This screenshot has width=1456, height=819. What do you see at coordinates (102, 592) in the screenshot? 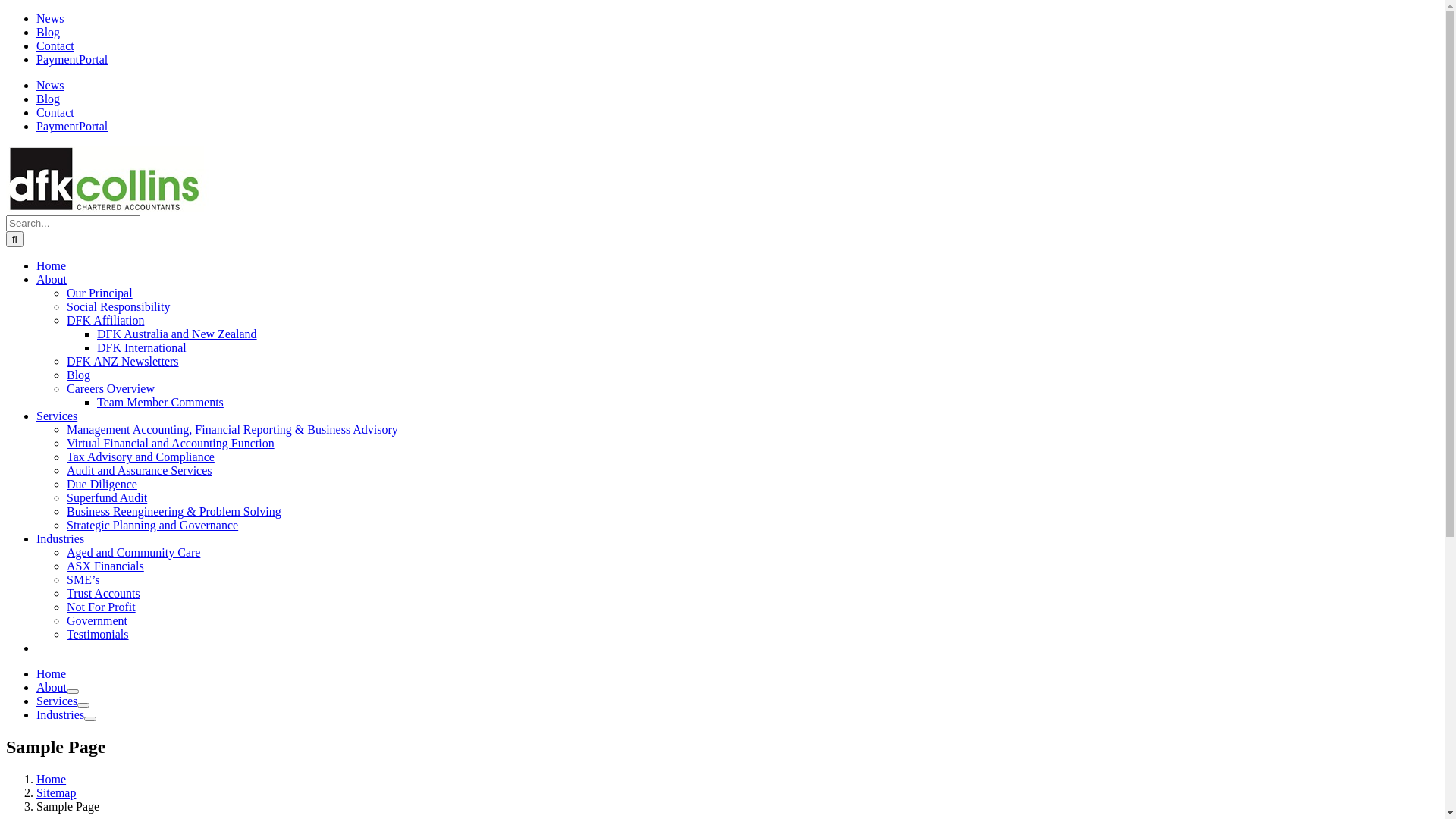
I see `'Trust Accounts'` at bounding box center [102, 592].